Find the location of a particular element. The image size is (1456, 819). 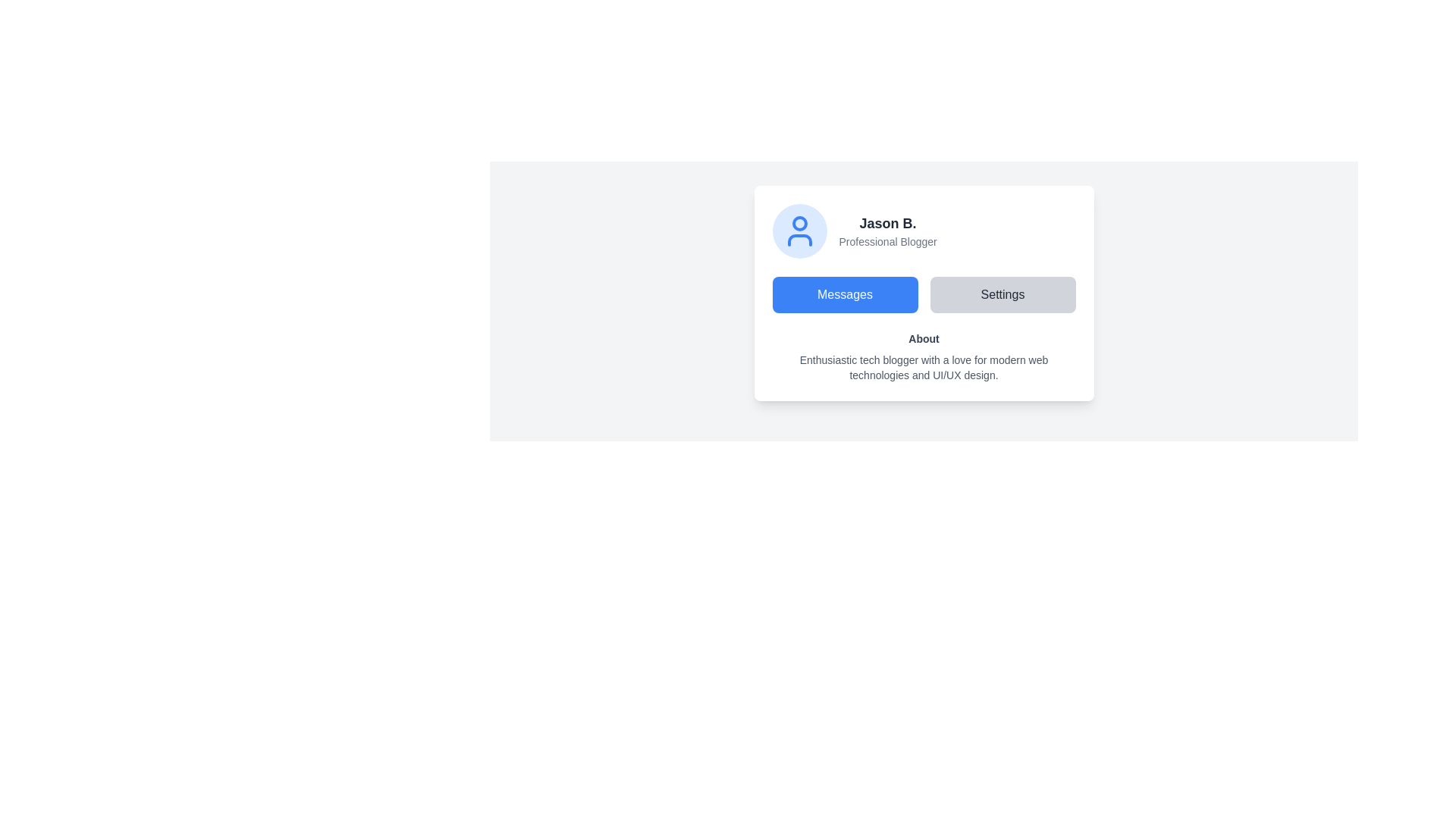

the circular light blue profile icon with a blue outlined user figure located to the left of the textual elements 'Jason B.' and 'Professional Blogger' is located at coordinates (799, 231).